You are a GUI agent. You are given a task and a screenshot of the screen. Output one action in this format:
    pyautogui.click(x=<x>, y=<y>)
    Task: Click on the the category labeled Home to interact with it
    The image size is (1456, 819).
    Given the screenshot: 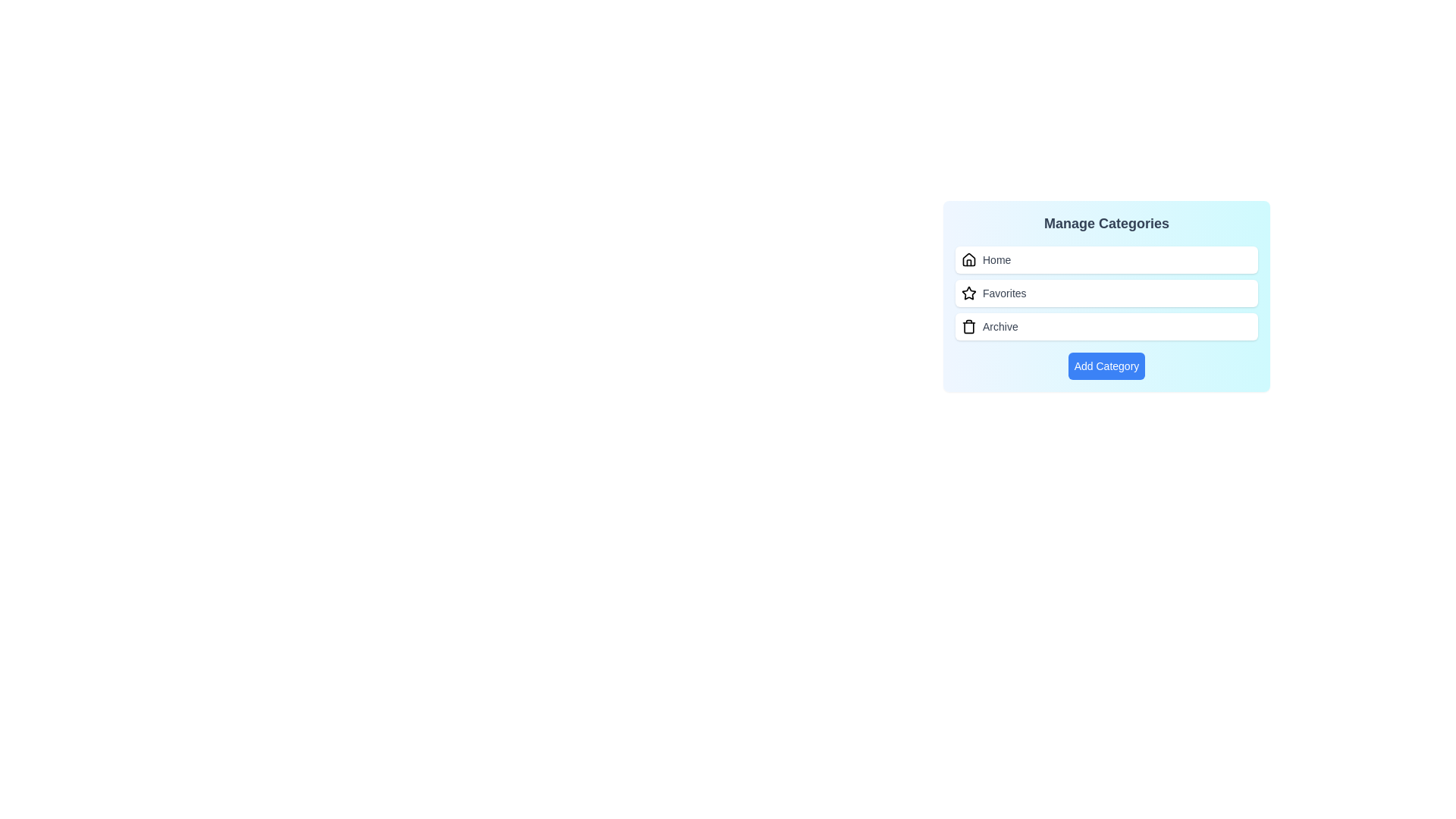 What is the action you would take?
    pyautogui.click(x=1106, y=259)
    